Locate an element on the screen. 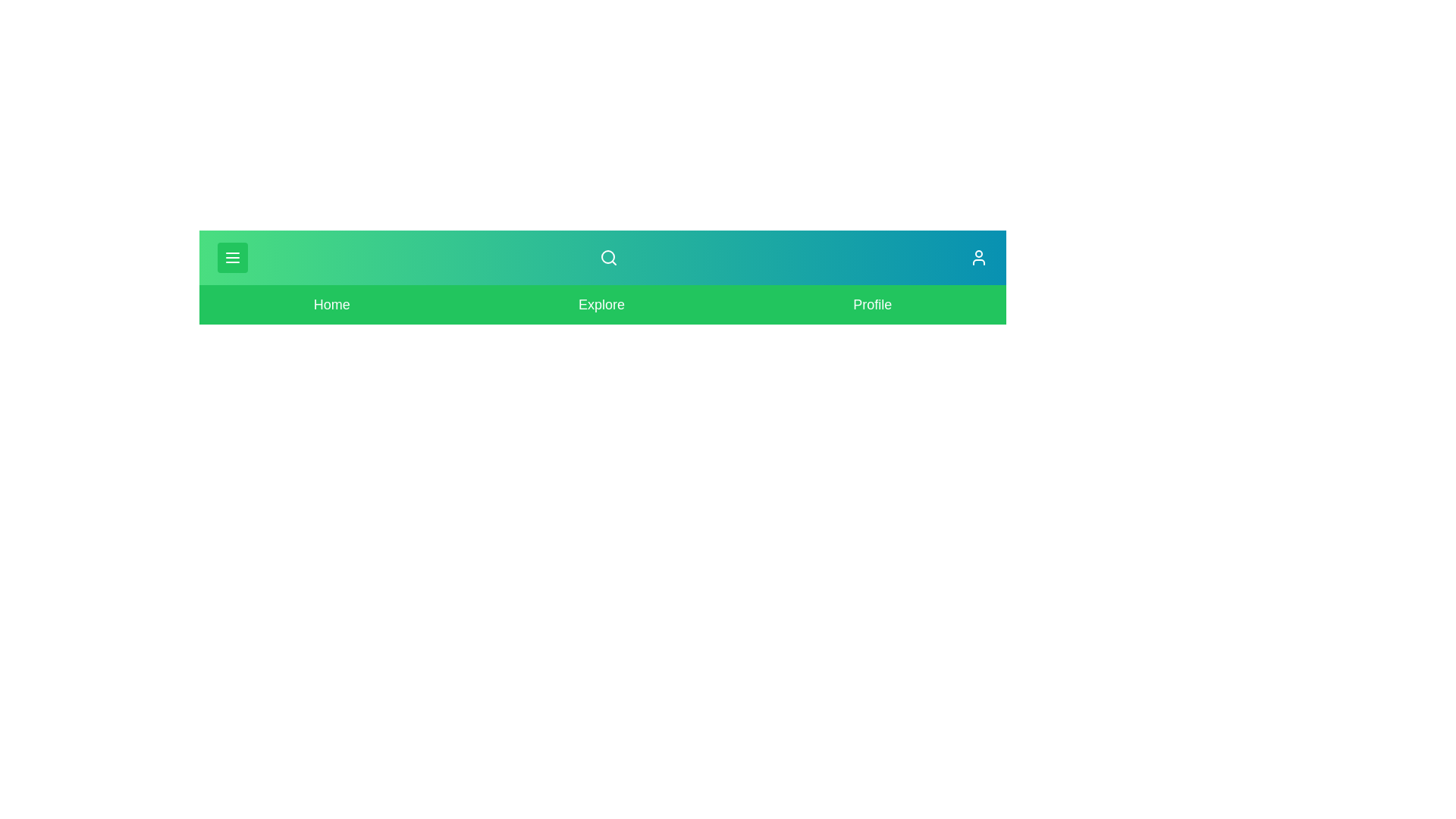 The width and height of the screenshot is (1456, 819). the search icon in the app bar is located at coordinates (608, 256).